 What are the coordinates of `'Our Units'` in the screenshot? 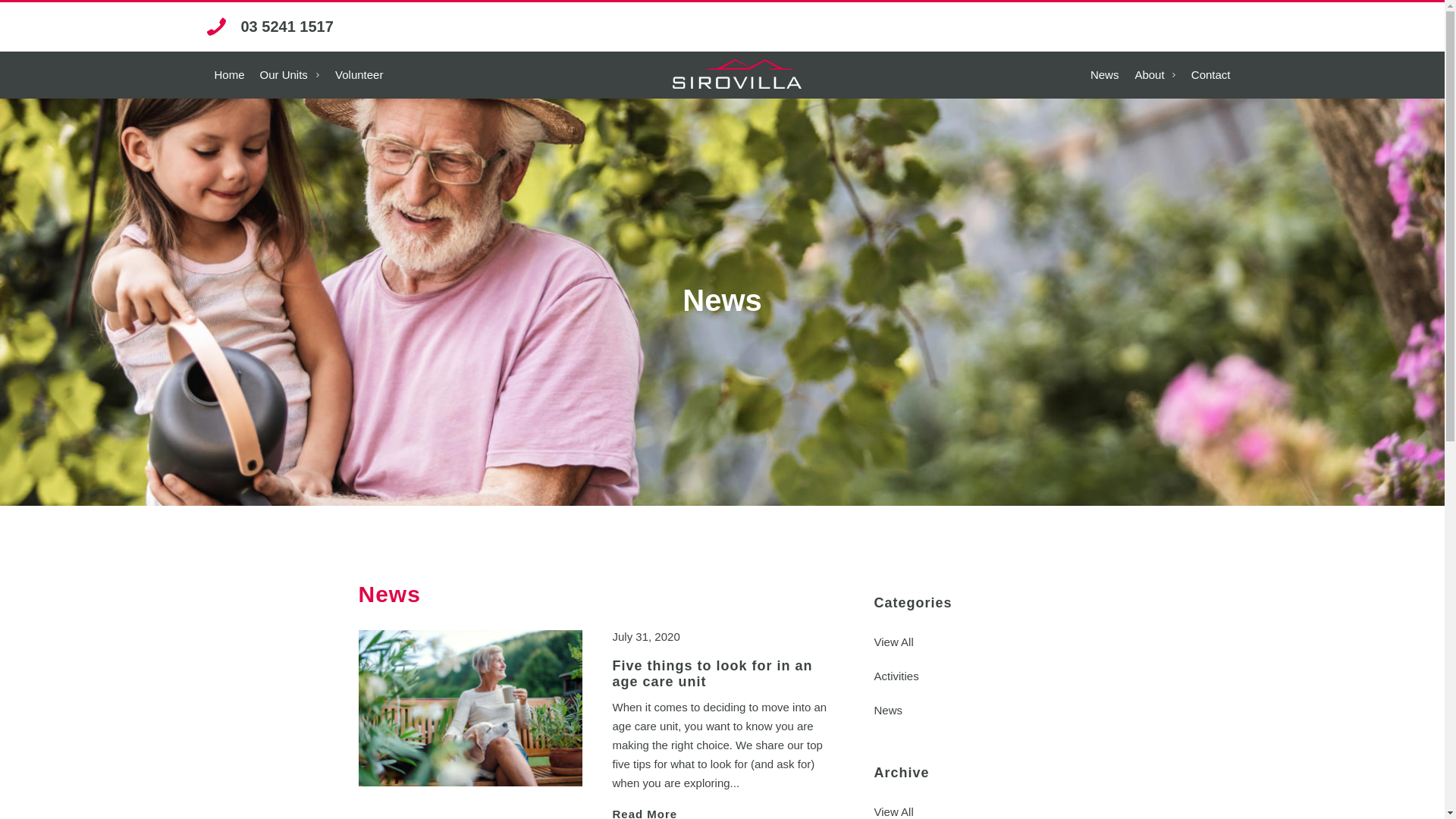 It's located at (290, 75).